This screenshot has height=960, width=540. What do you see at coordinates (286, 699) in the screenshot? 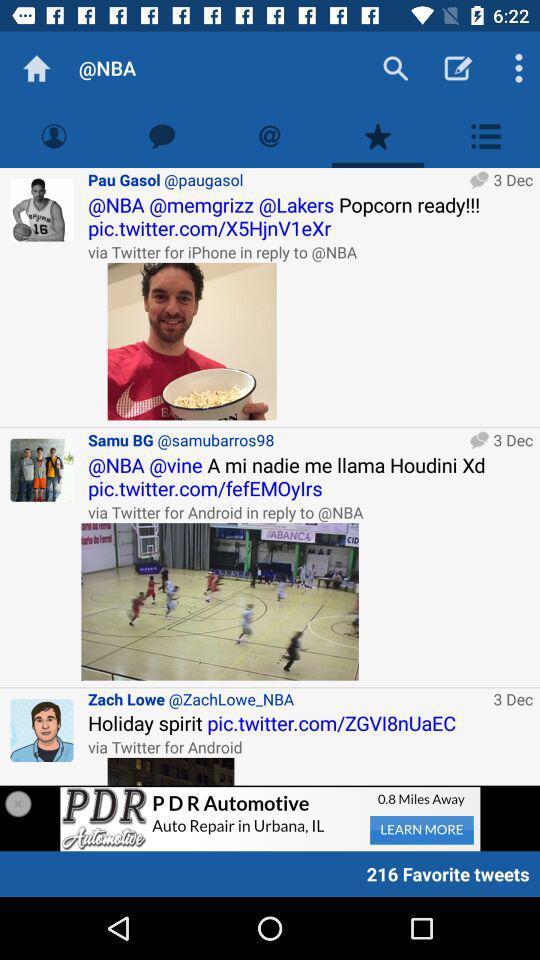
I see `icon above the holiday spirit pic` at bounding box center [286, 699].